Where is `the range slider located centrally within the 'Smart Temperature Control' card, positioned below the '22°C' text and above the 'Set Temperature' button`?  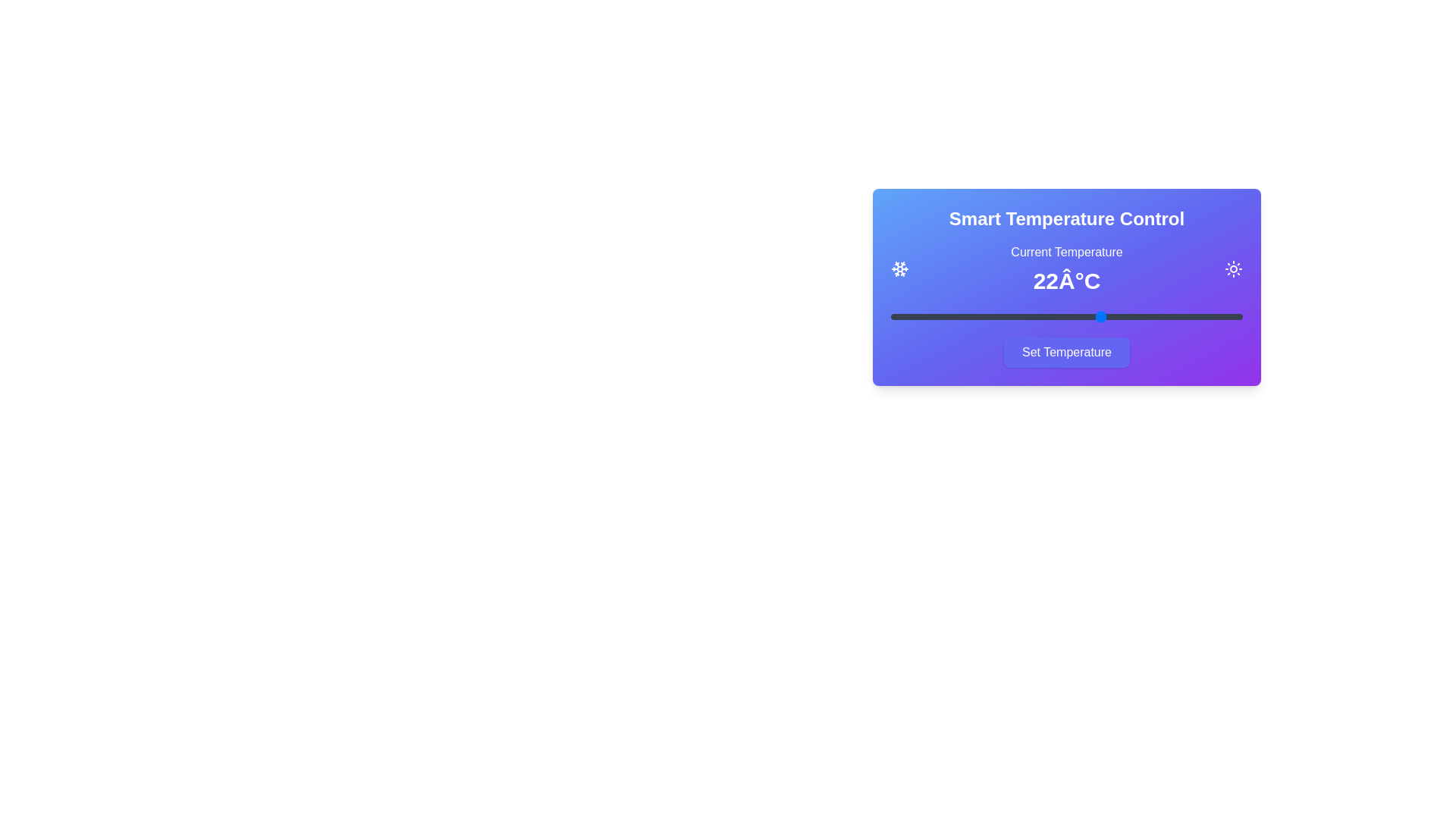
the range slider located centrally within the 'Smart Temperature Control' card, positioned below the '22°C' text and above the 'Set Temperature' button is located at coordinates (1065, 315).